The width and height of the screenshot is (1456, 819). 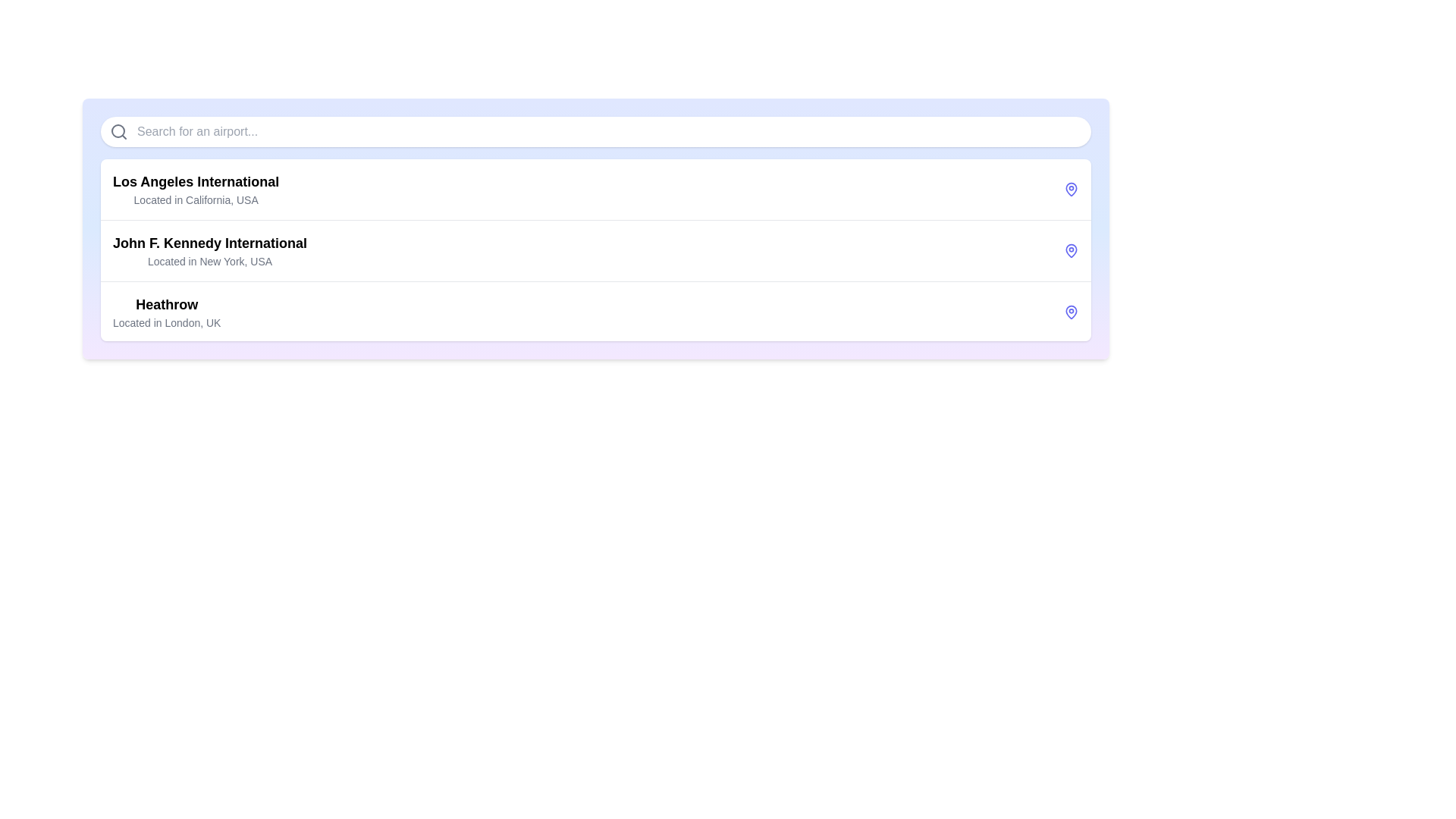 I want to click on the text label element reading 'Heathrow' for accessibility purposes, so click(x=167, y=304).